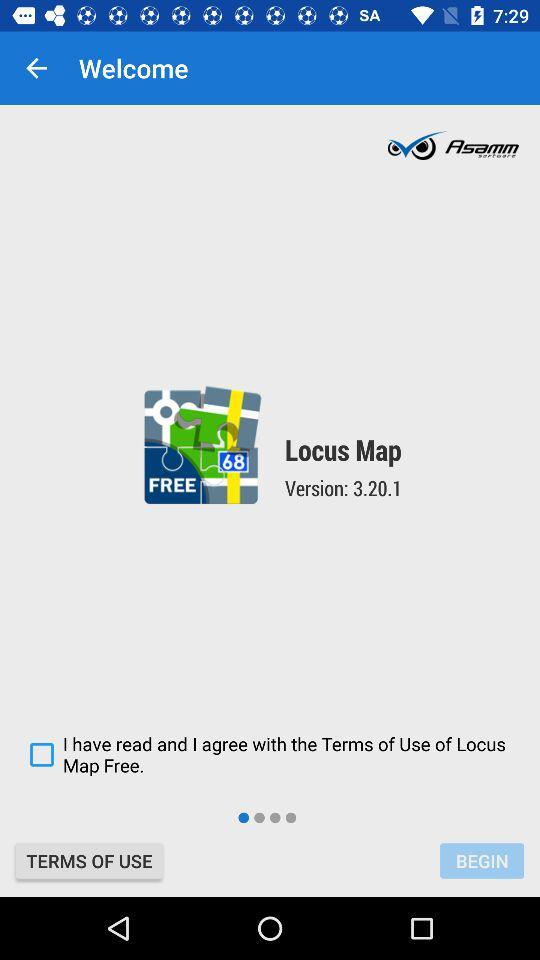 Image resolution: width=540 pixels, height=960 pixels. What do you see at coordinates (36, 68) in the screenshot?
I see `icon above the i have read icon` at bounding box center [36, 68].